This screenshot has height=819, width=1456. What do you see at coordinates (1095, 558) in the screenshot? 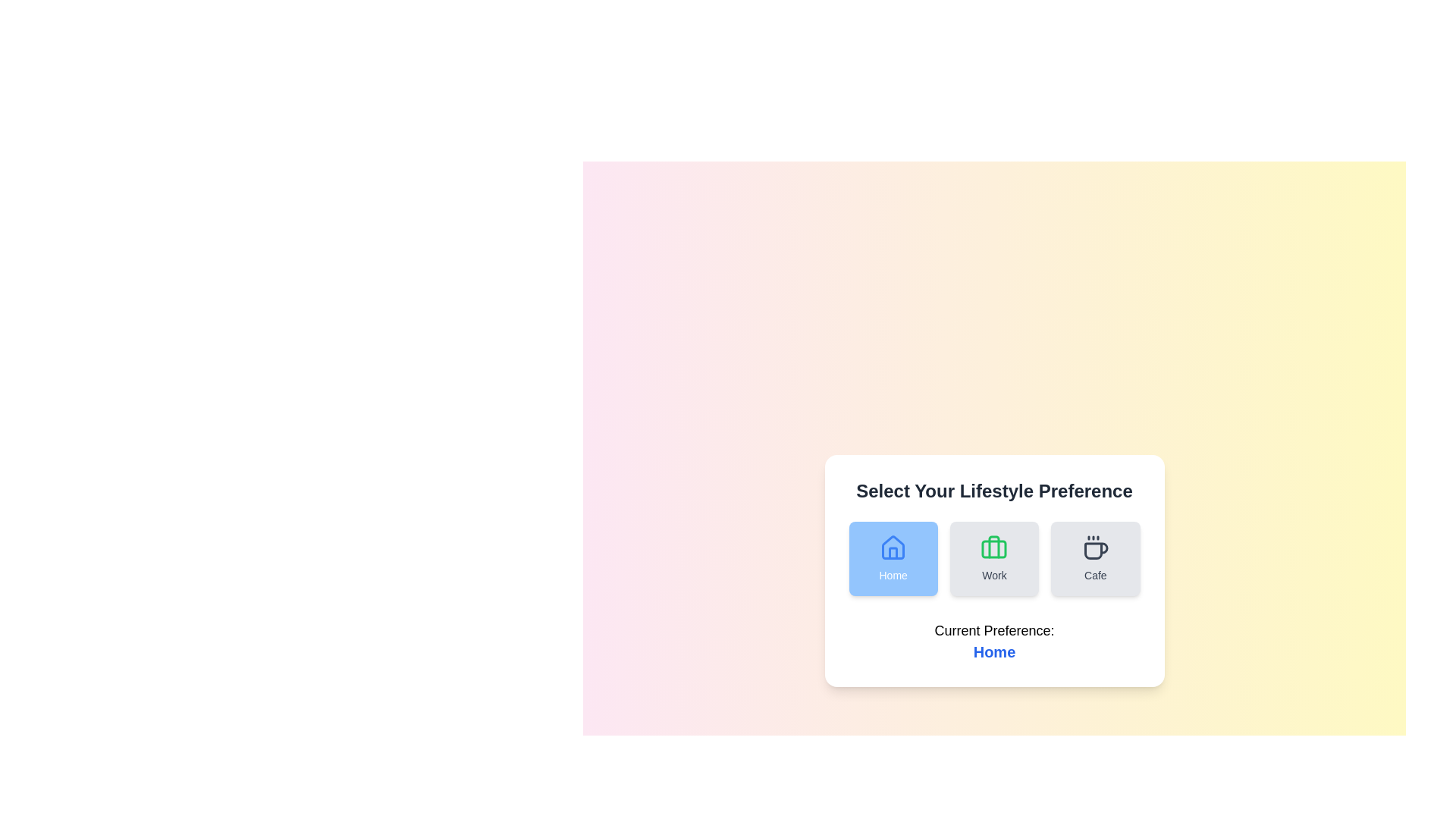
I see `the 'Cafe' button in the lifestyle selection interface` at bounding box center [1095, 558].